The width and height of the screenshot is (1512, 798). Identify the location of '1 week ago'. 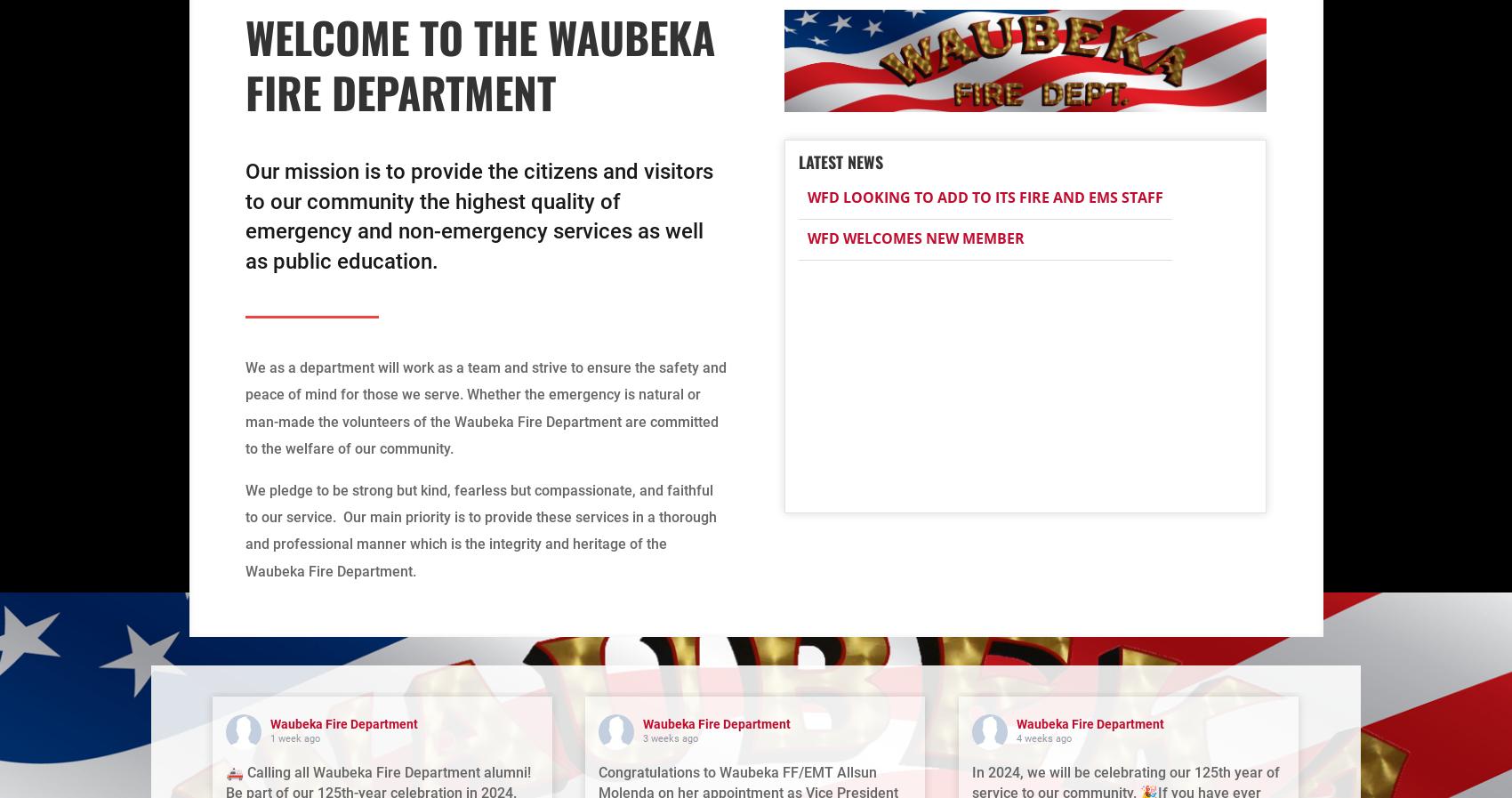
(293, 738).